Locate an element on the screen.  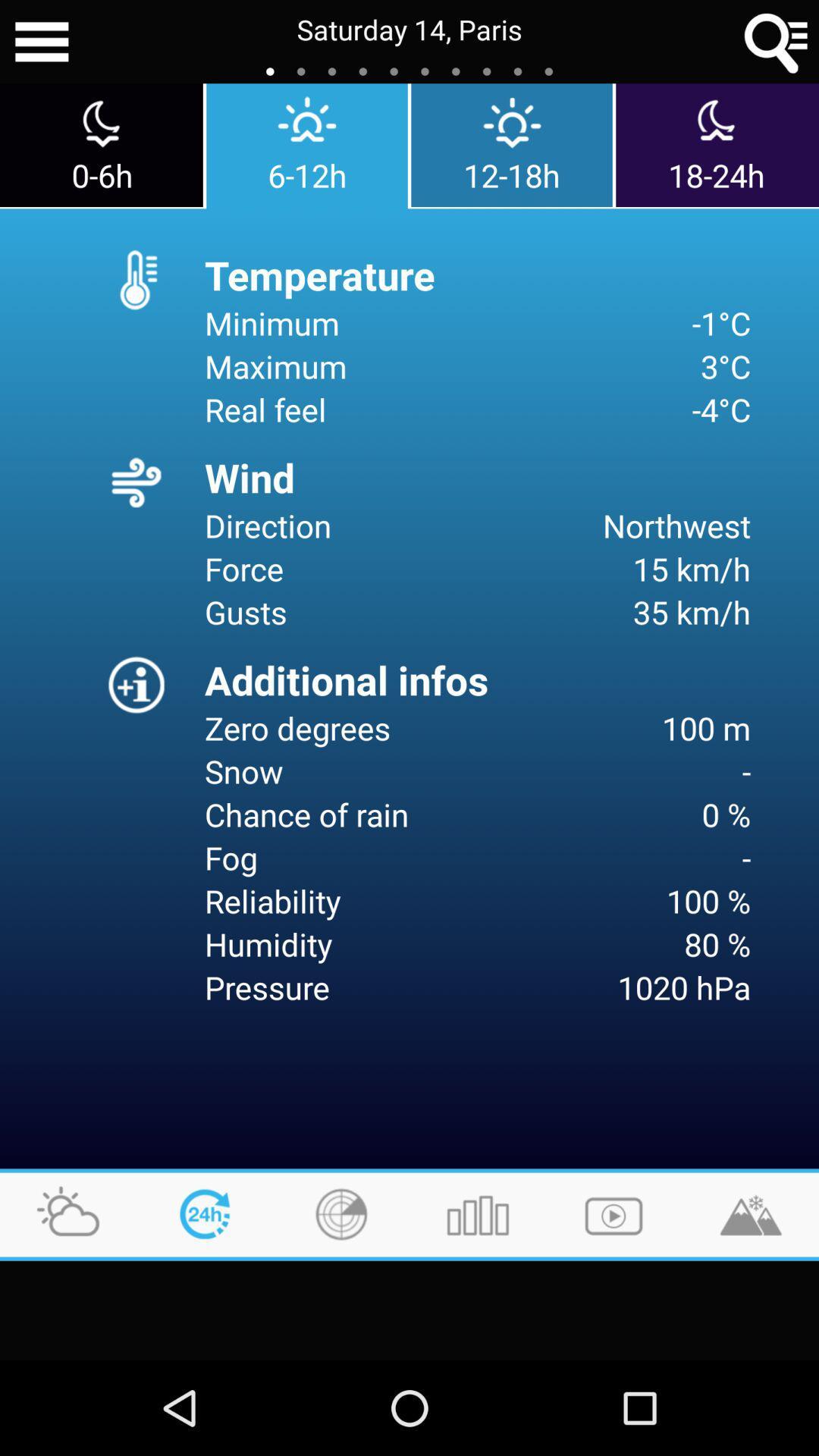
the app to the right of the 0-6h app is located at coordinates (307, 146).